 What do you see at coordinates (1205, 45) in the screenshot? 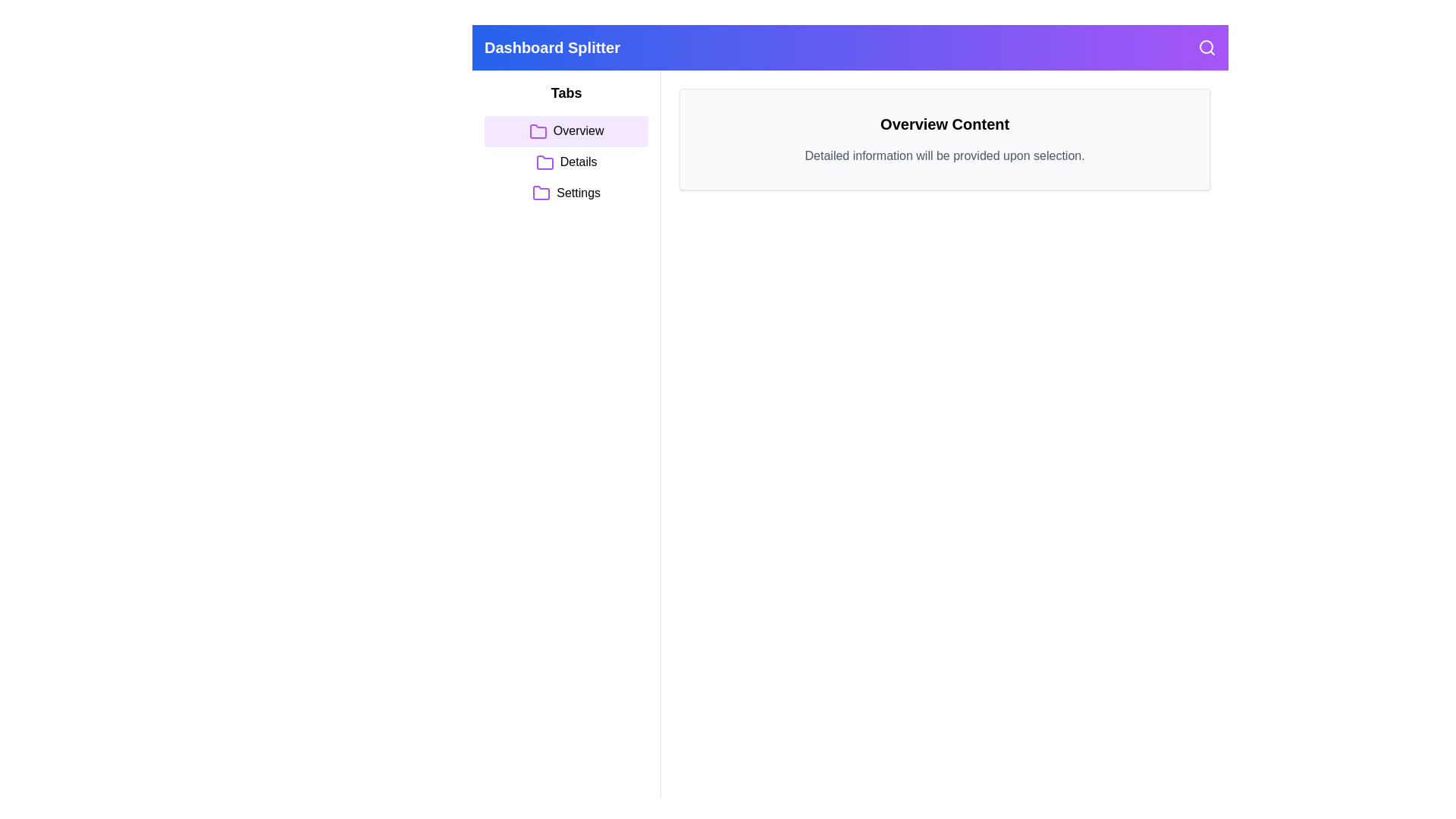
I see `the central decorative portion of the magnifying glass icon located at the top-right area of the application` at bounding box center [1205, 45].